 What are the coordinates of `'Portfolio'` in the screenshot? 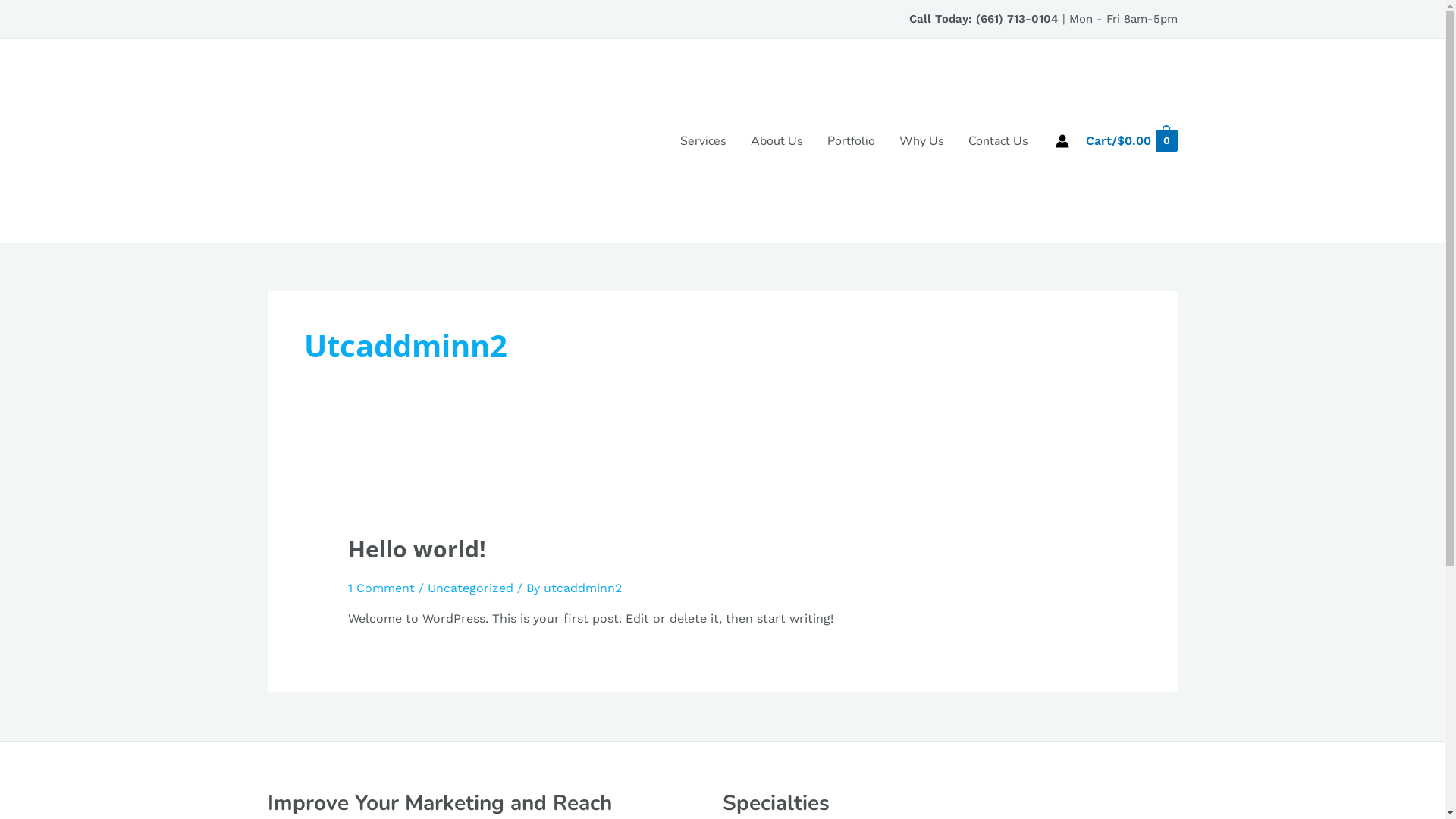 It's located at (851, 140).